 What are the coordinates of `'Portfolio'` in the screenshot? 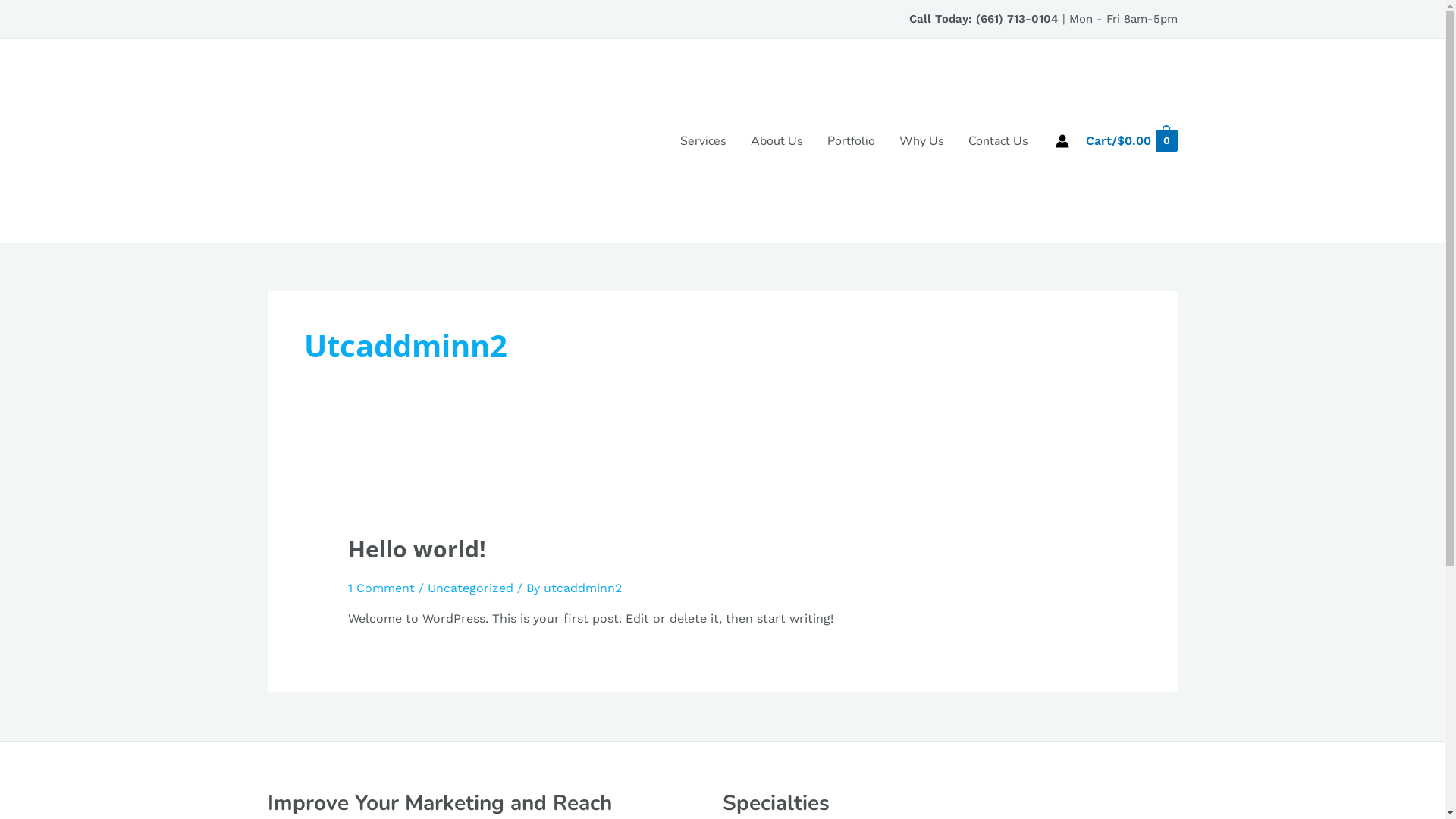 It's located at (851, 140).